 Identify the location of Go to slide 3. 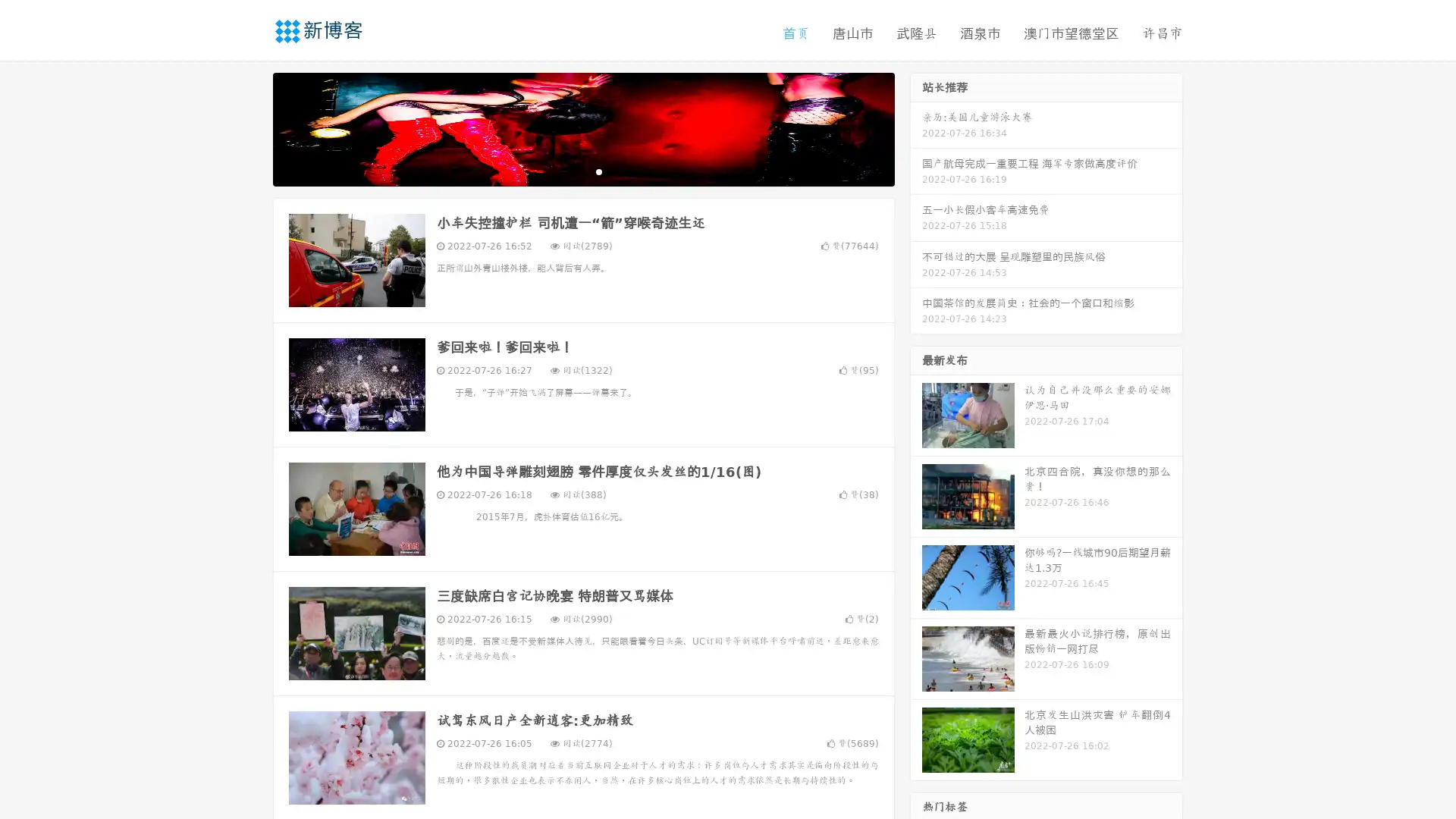
(598, 171).